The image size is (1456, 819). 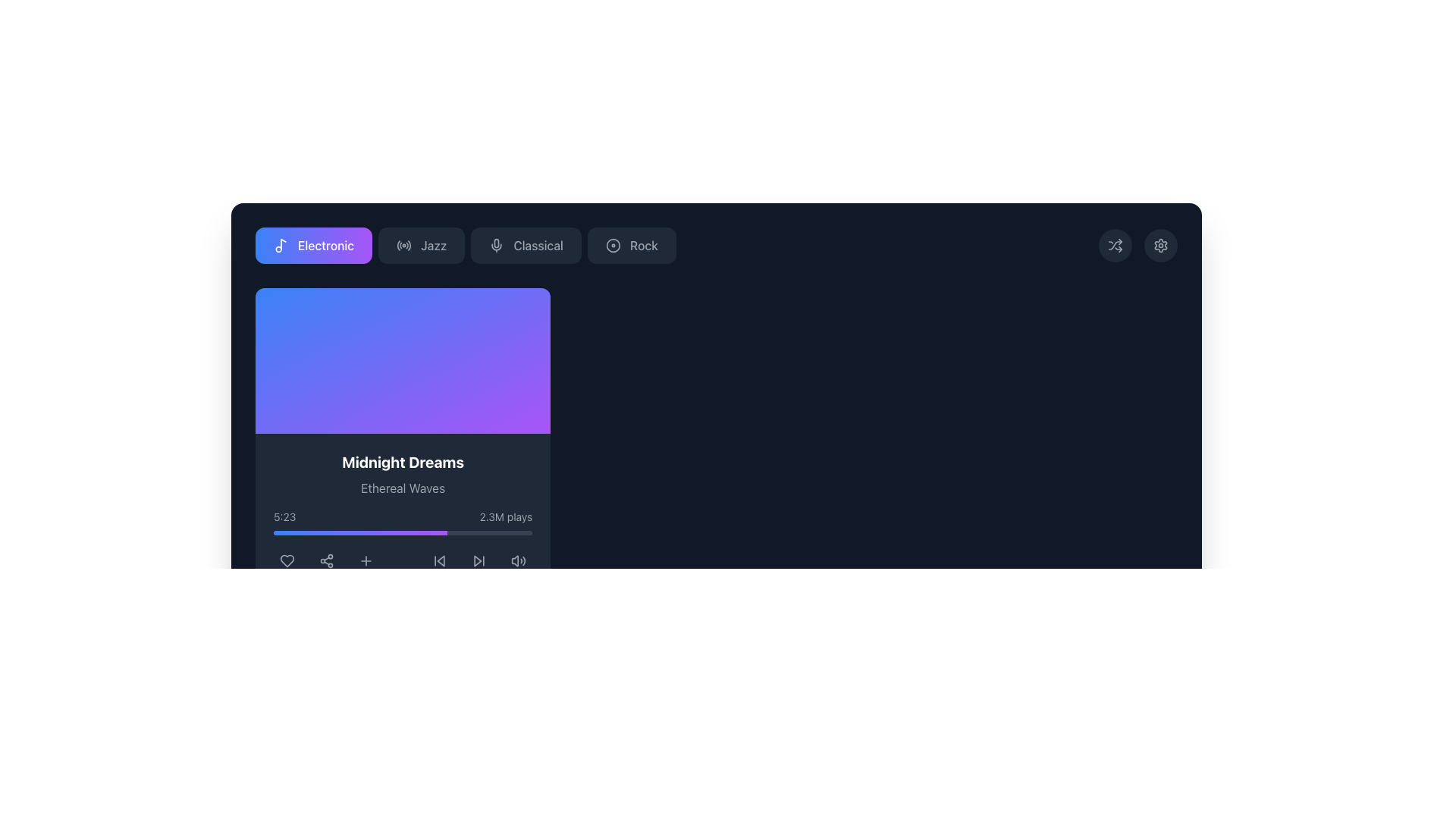 I want to click on the slider value, so click(x=330, y=532).